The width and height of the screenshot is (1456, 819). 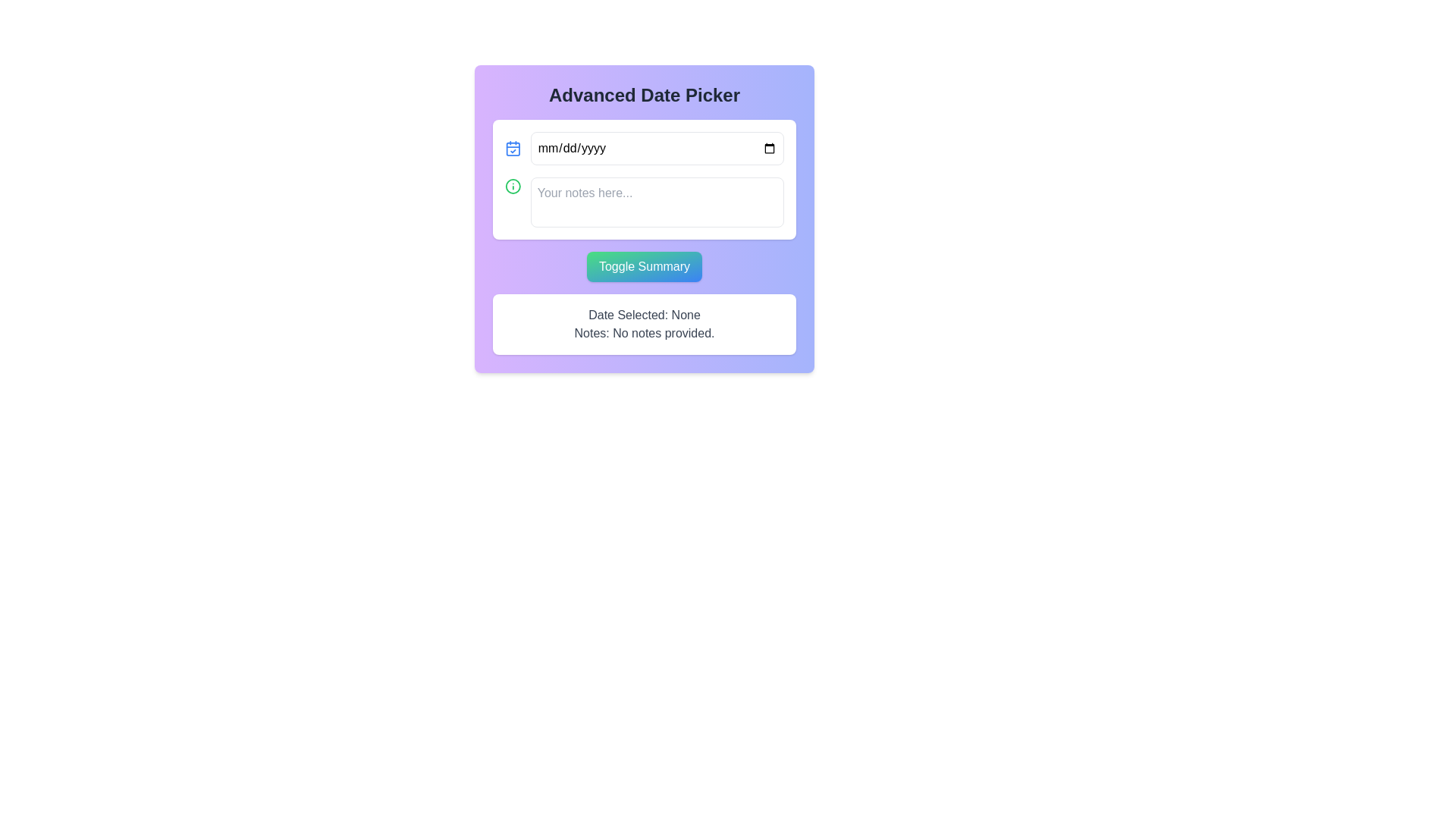 I want to click on the small circular icon with a green outline and 'i' symbol, so click(x=513, y=186).